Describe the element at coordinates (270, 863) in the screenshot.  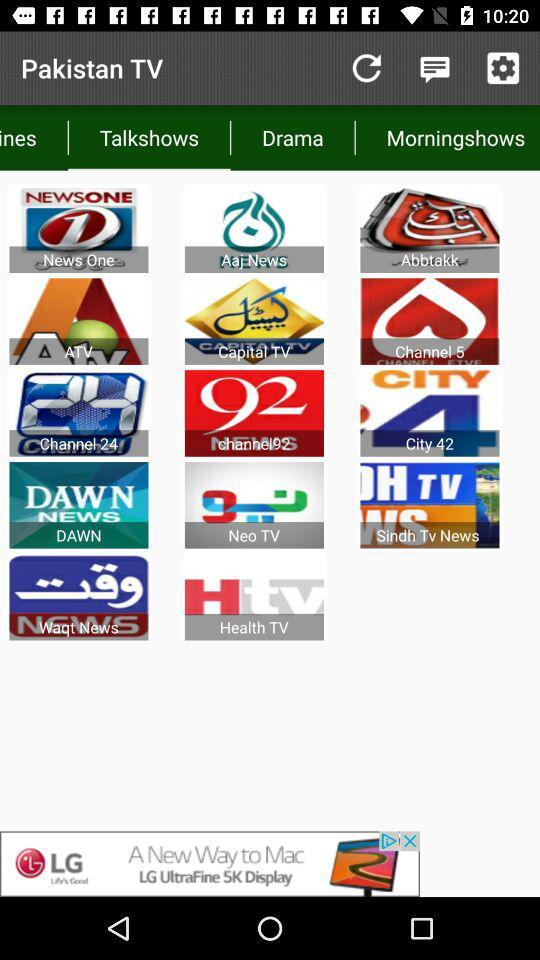
I see `advertisement` at that location.